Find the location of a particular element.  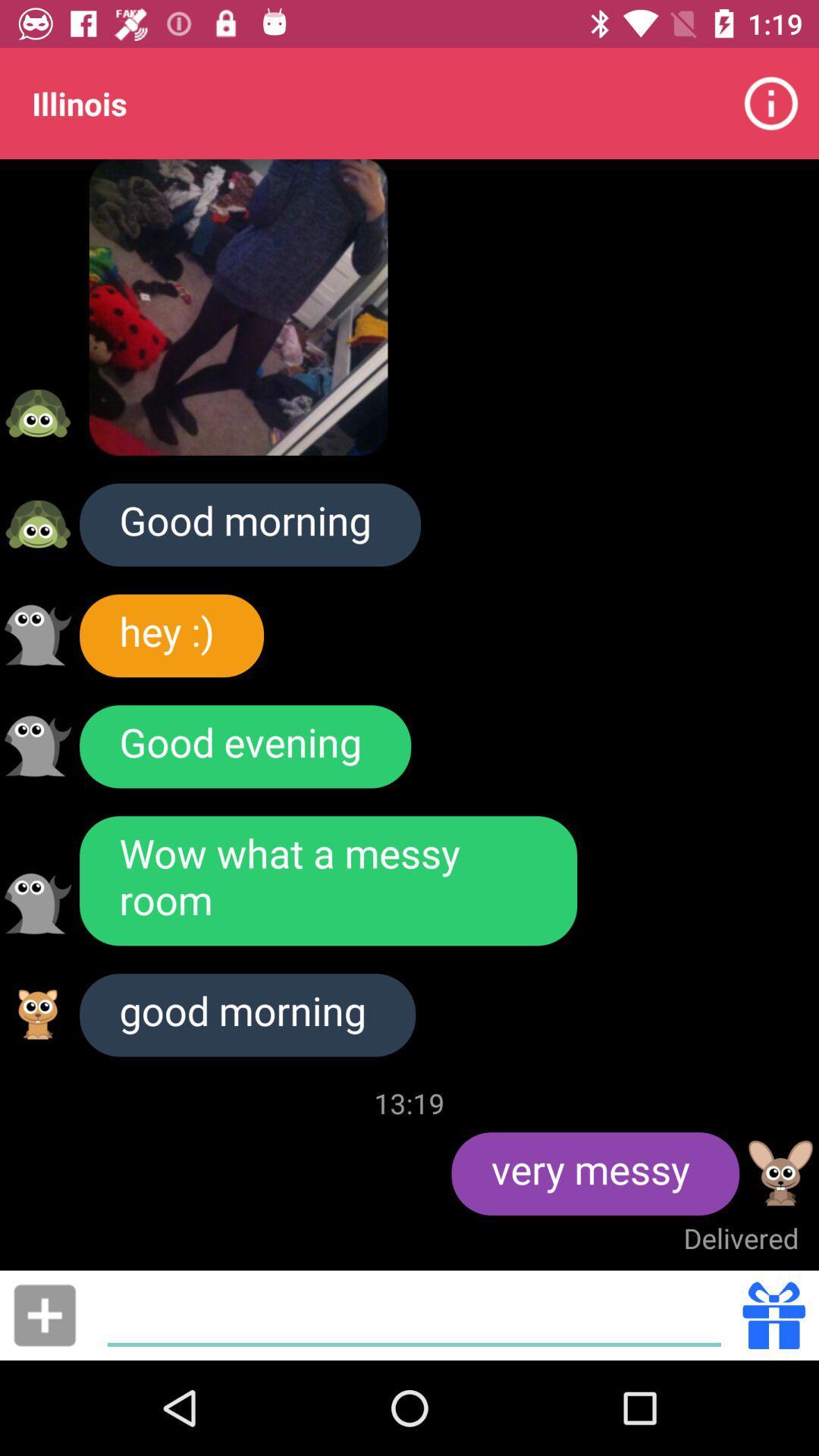

the item next to very messy  icon is located at coordinates (409, 1103).